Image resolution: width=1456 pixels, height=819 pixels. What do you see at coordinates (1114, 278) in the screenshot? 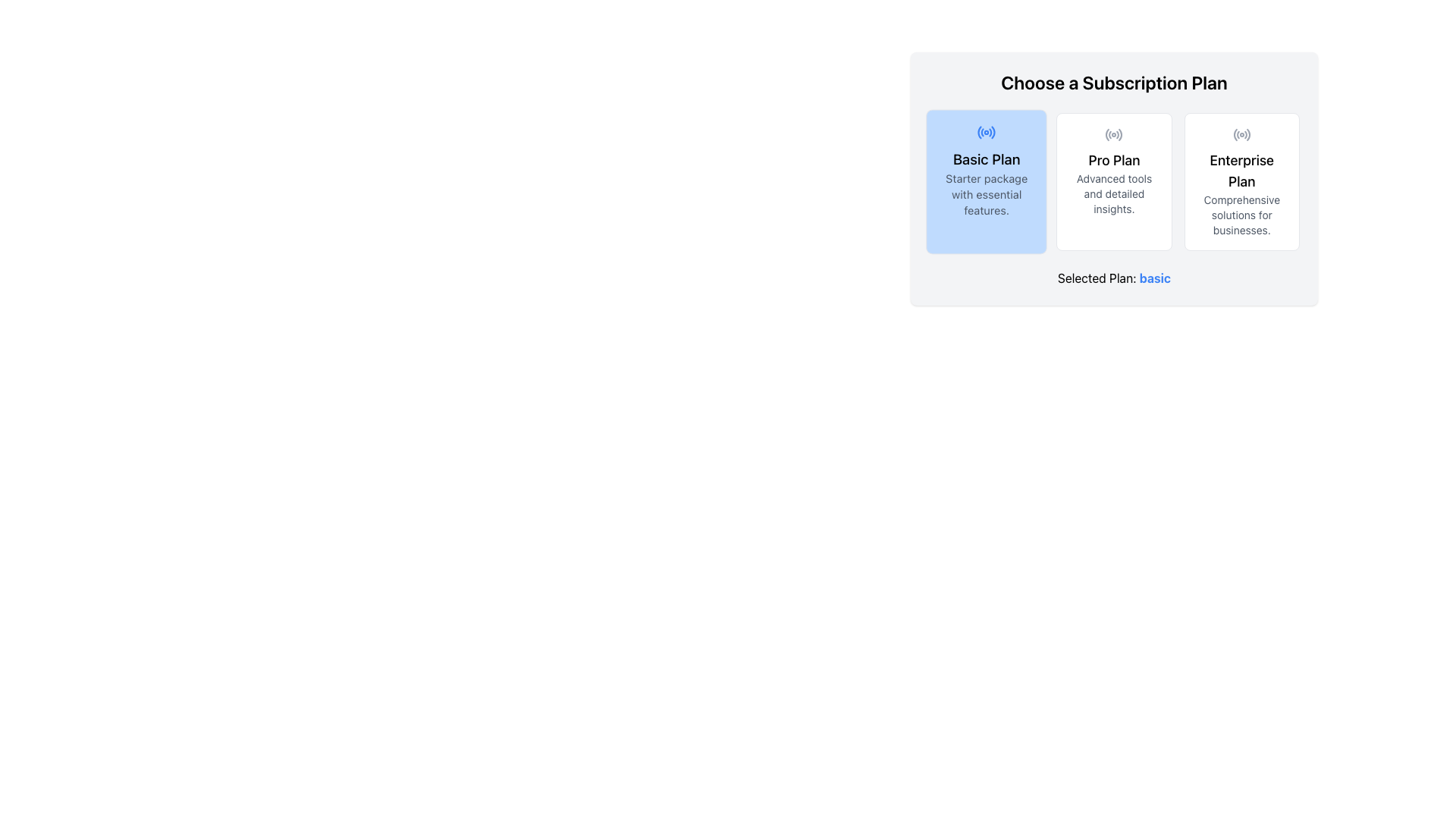
I see `the text label displaying the user's currently selected subscription plan, which is uniquely positioned at the bottom of the subscription plan selector` at bounding box center [1114, 278].